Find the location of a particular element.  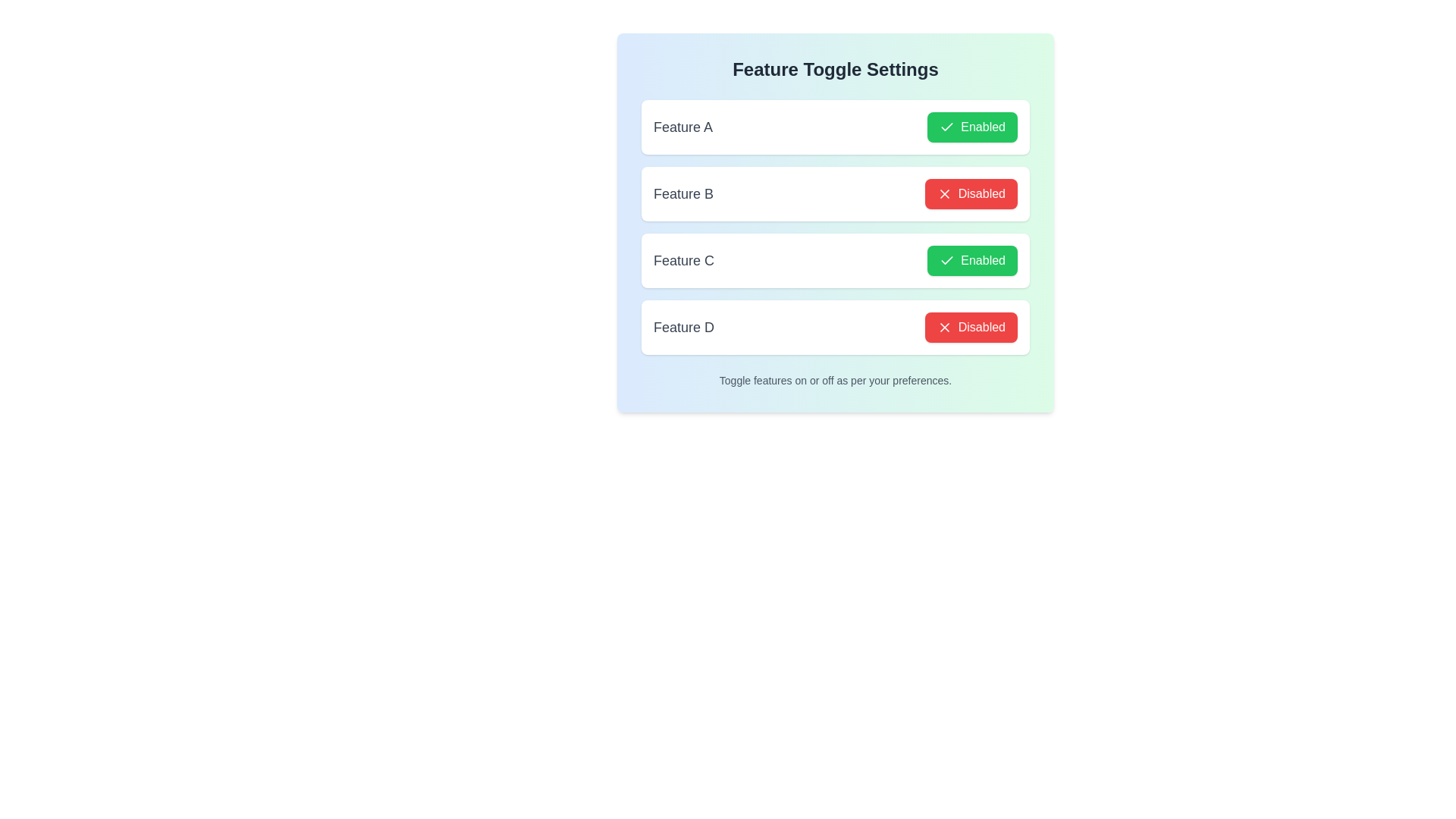

the green 'Enabled' button with a checkmark icon on the right side of the 'Feature C' row is located at coordinates (972, 259).